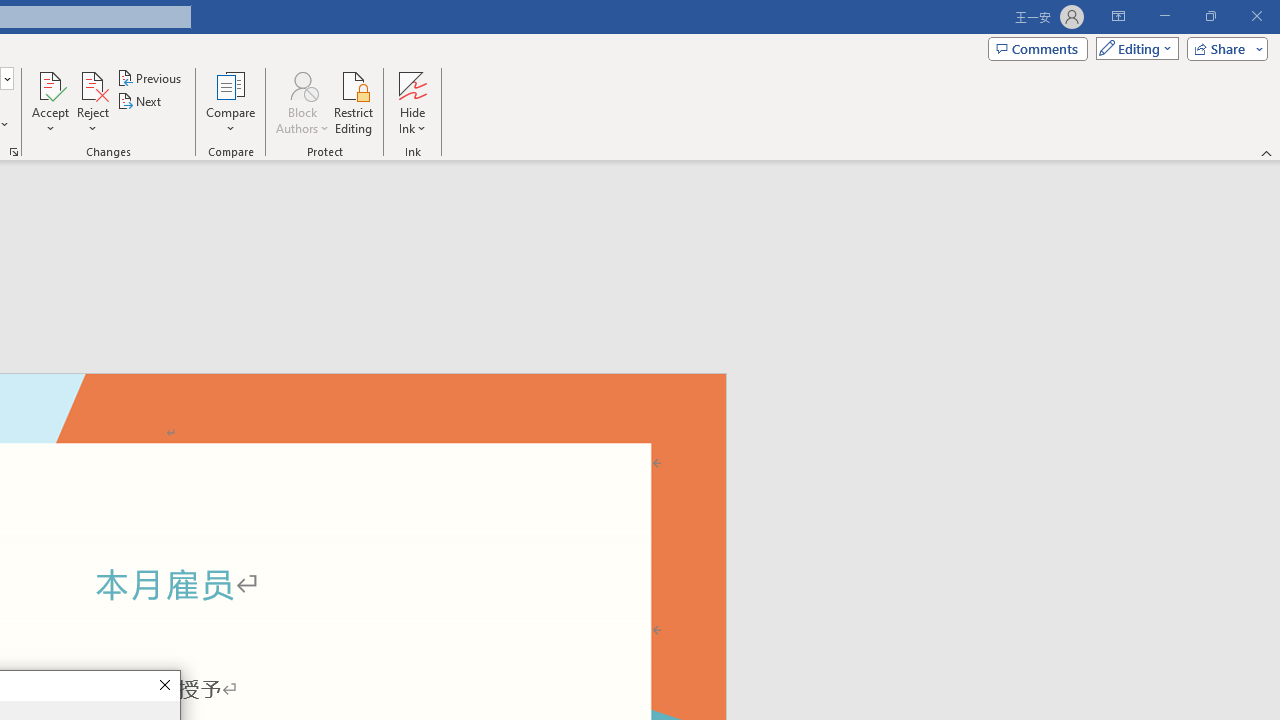  I want to click on 'Open', so click(6, 77).